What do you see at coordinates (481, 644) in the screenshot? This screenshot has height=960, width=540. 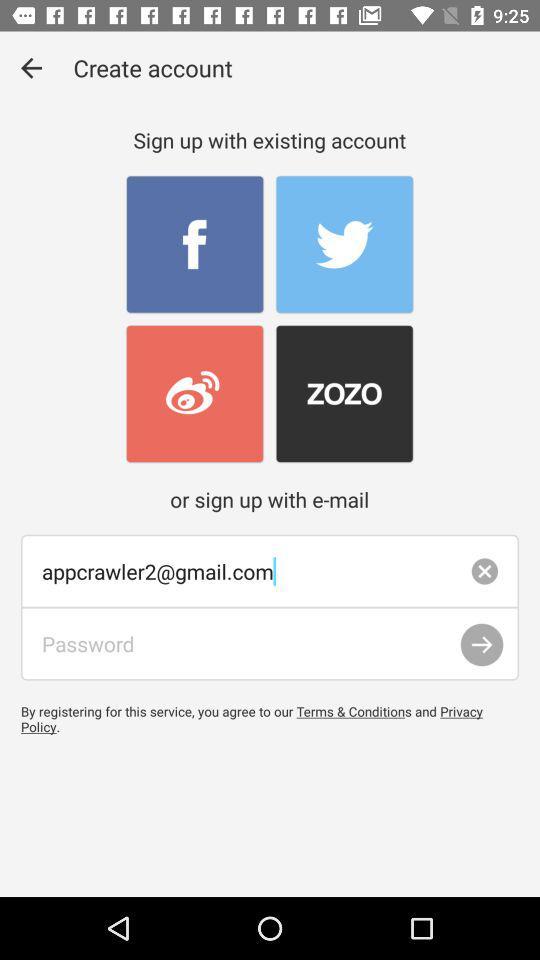 I see `the arrow_forward icon` at bounding box center [481, 644].